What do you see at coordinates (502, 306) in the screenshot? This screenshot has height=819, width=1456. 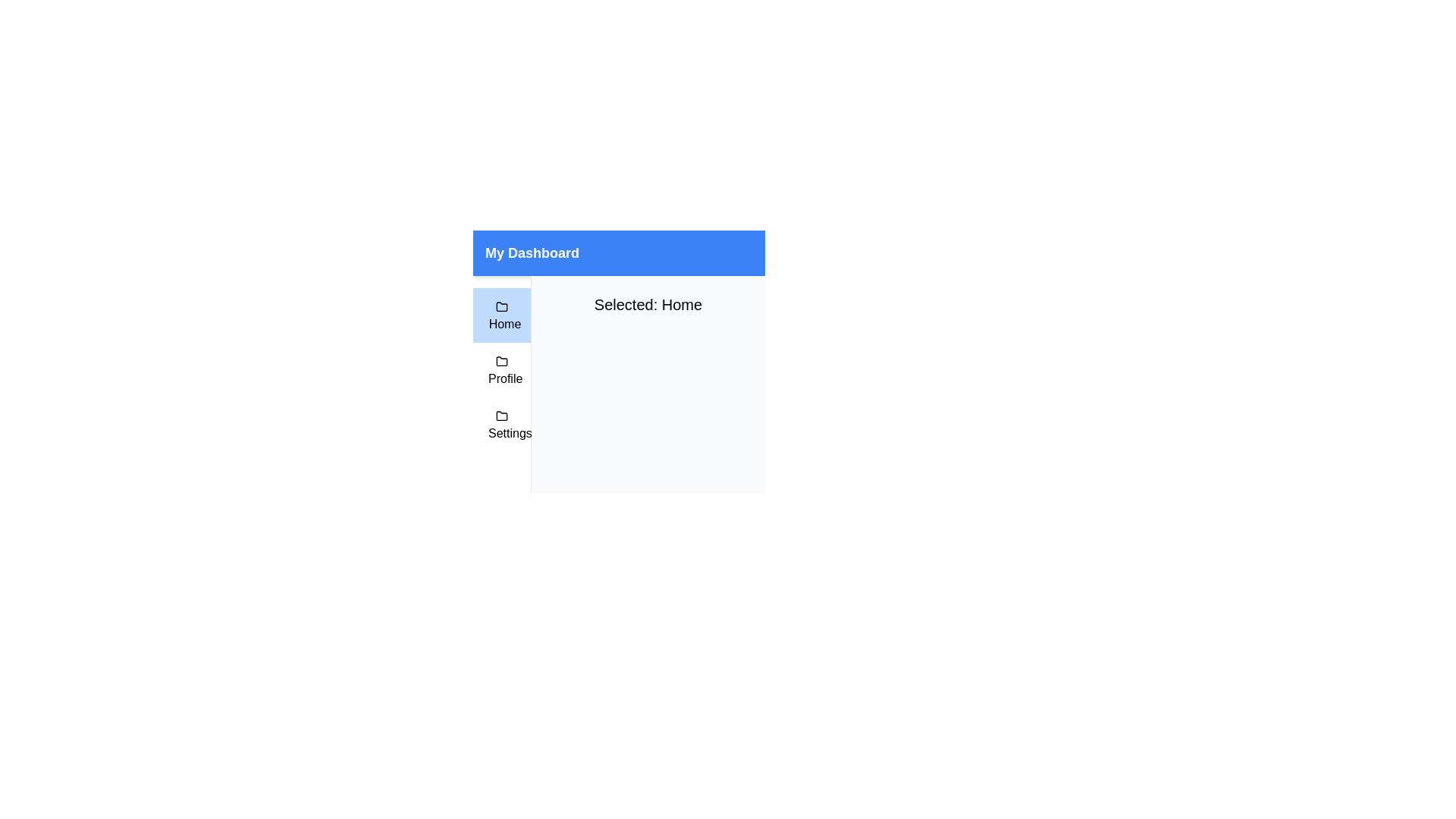 I see `the folder icon located to the left of the 'Home' text` at bounding box center [502, 306].